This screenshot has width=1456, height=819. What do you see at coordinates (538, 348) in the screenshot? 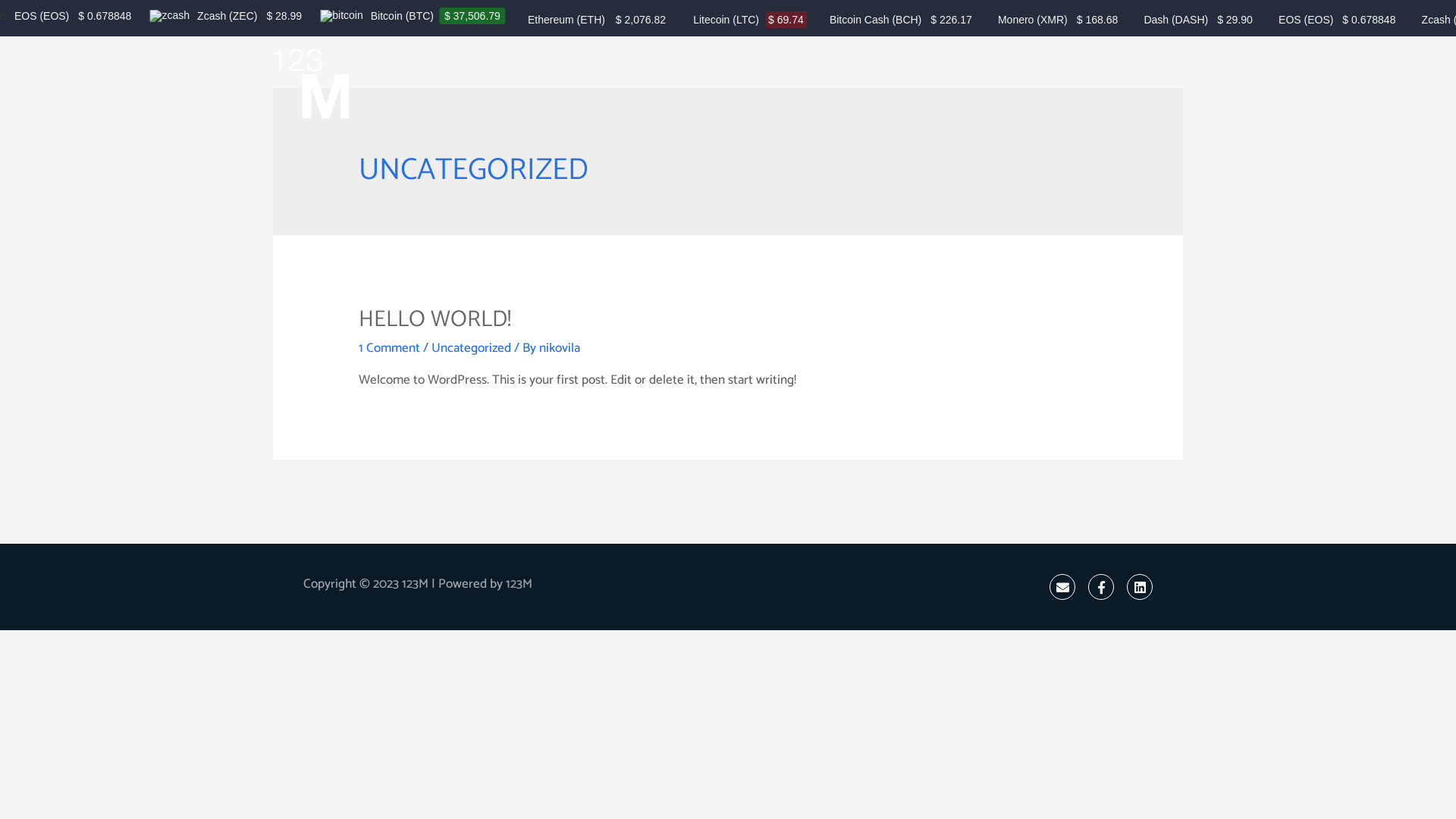
I see `'nikovila'` at bounding box center [538, 348].